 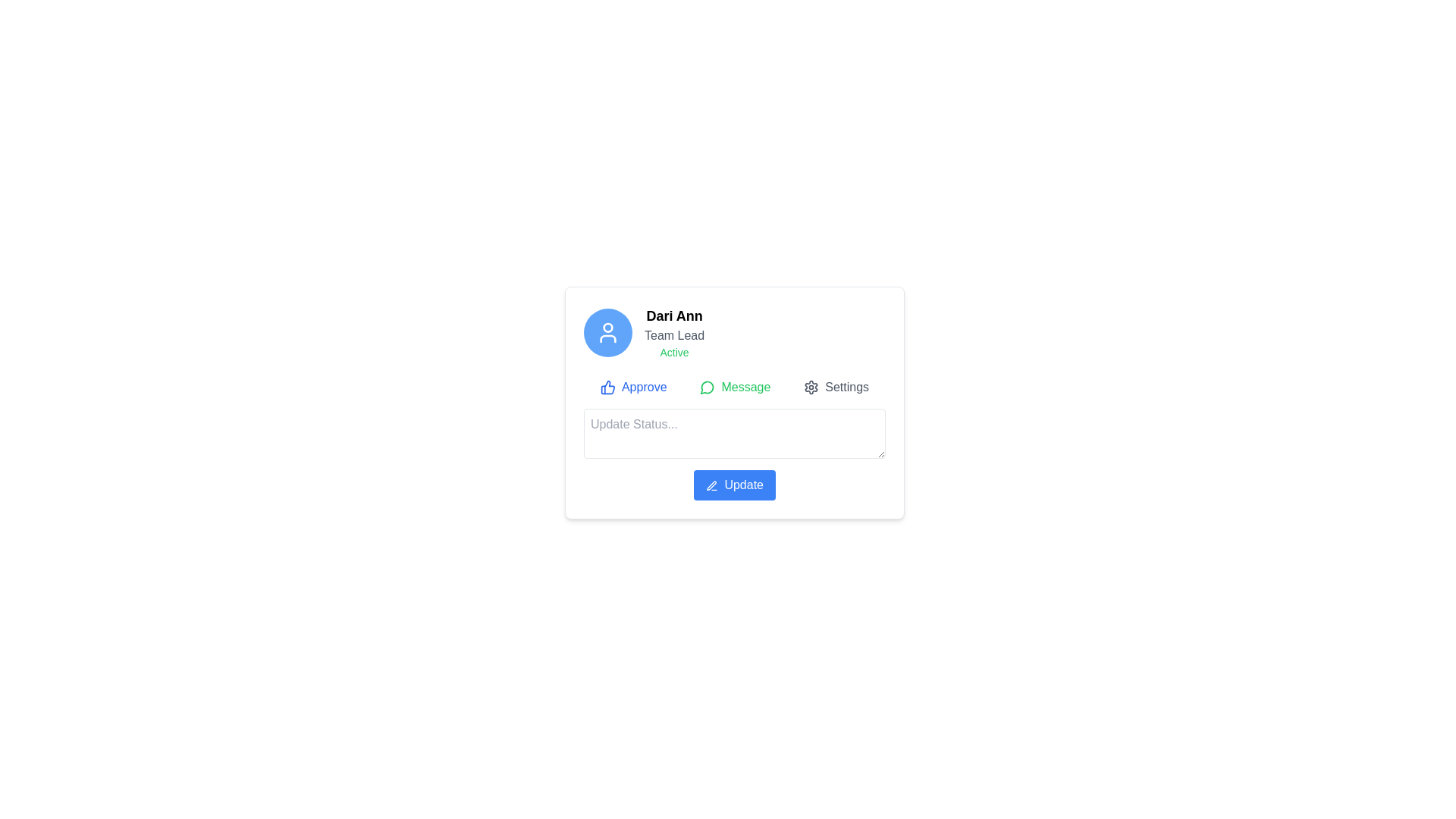 I want to click on the circular icon positioned to the left of the 'Message' label, which visually supports messaging functionality, so click(x=707, y=386).